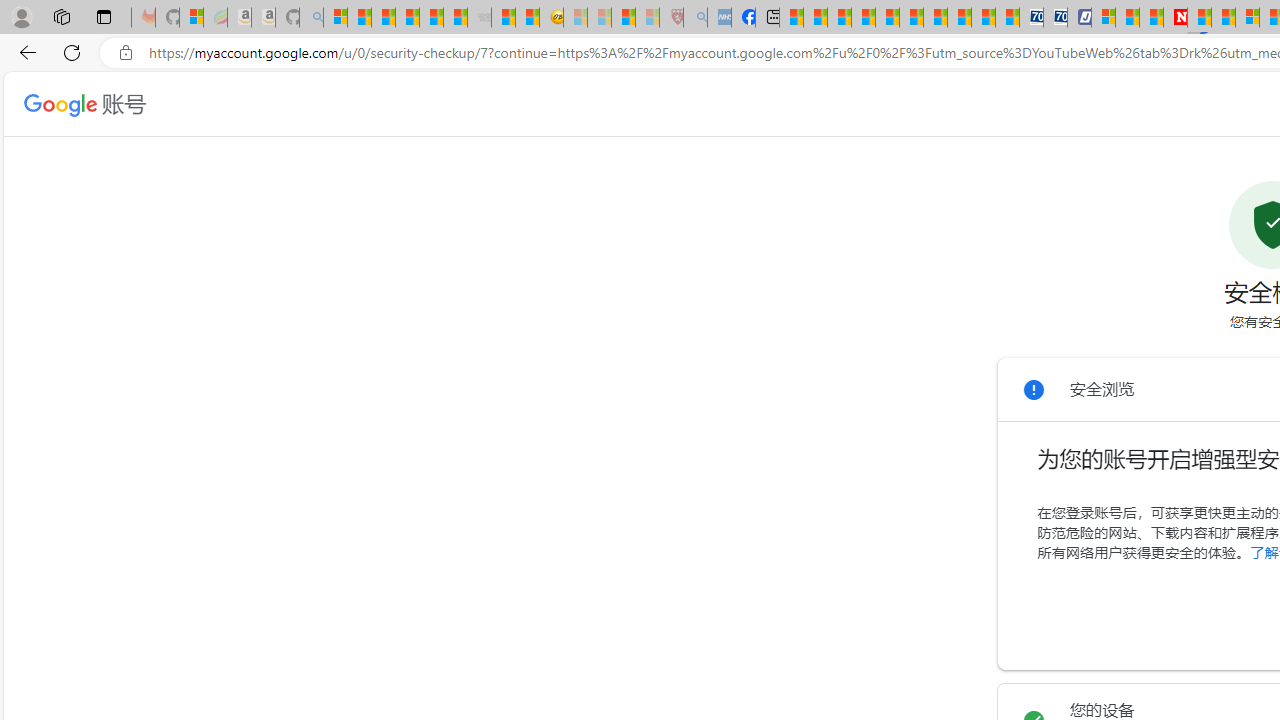 This screenshot has width=1280, height=720. Describe the element at coordinates (384, 17) in the screenshot. I see `'The Weather Channel - MSN'` at that location.